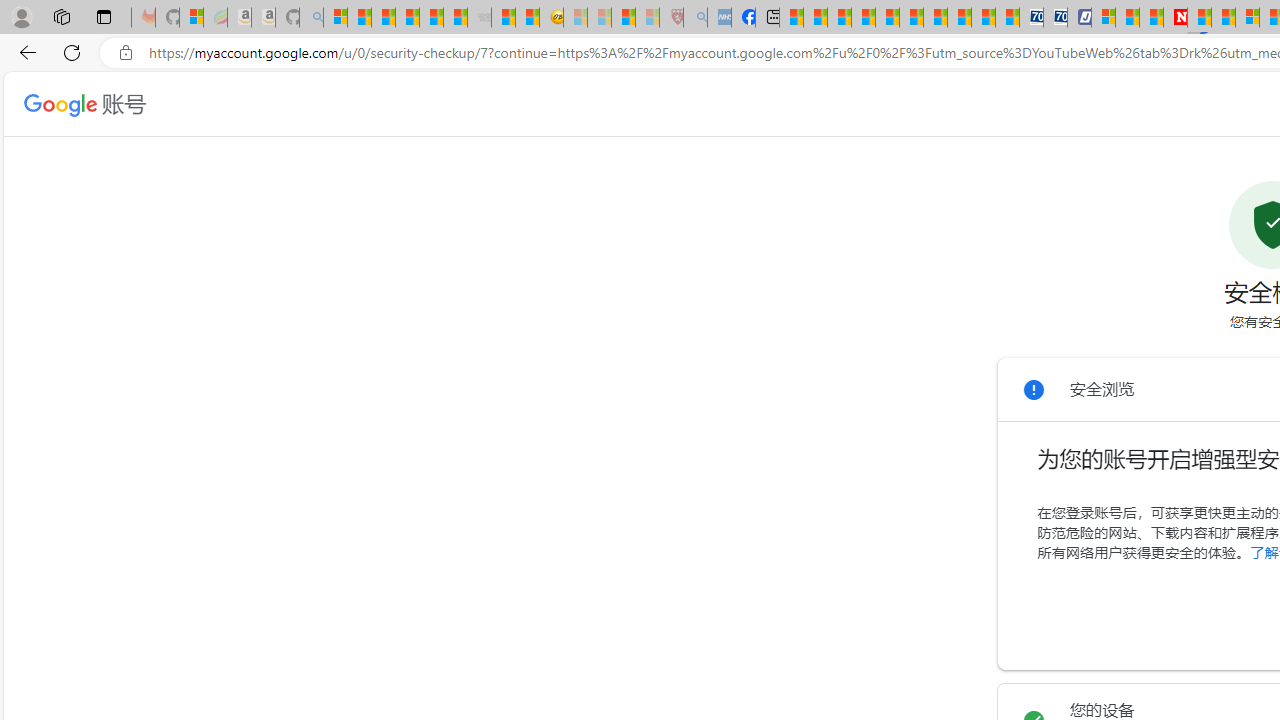 This screenshot has width=1280, height=720. Describe the element at coordinates (384, 17) in the screenshot. I see `'The Weather Channel - MSN'` at that location.